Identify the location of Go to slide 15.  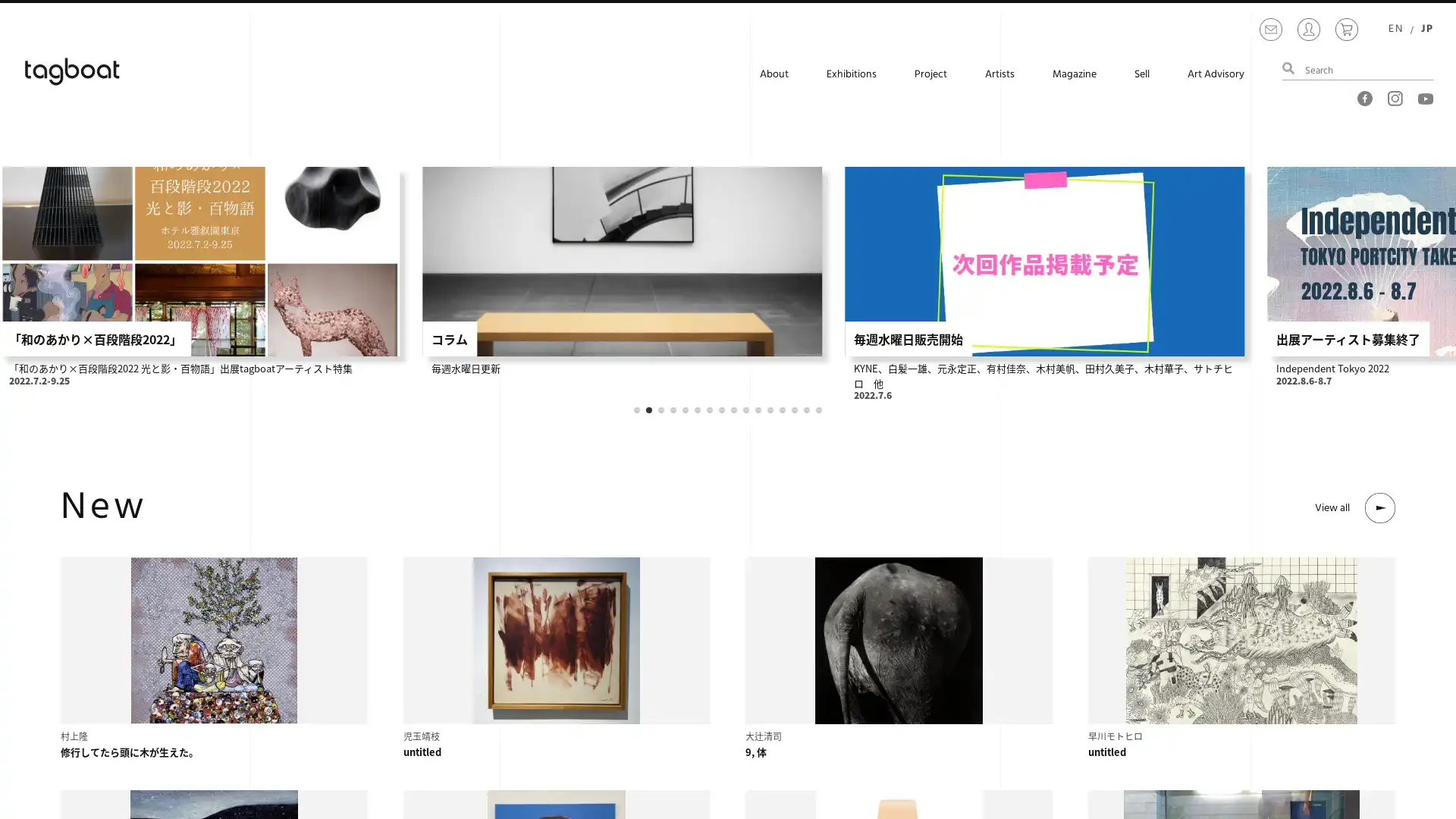
(806, 409).